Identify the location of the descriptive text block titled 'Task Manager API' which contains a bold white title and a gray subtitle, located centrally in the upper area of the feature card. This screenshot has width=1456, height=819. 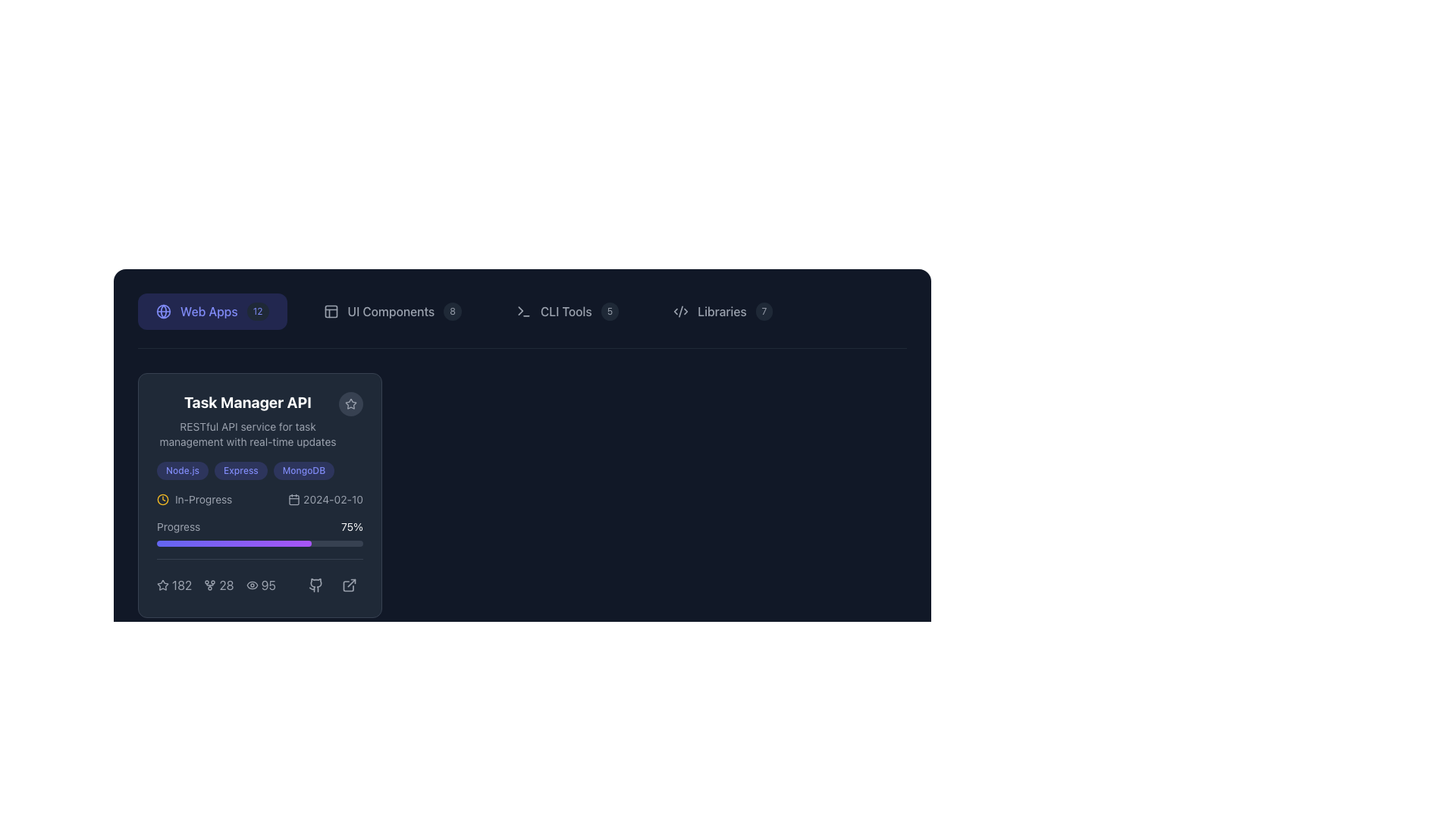
(259, 421).